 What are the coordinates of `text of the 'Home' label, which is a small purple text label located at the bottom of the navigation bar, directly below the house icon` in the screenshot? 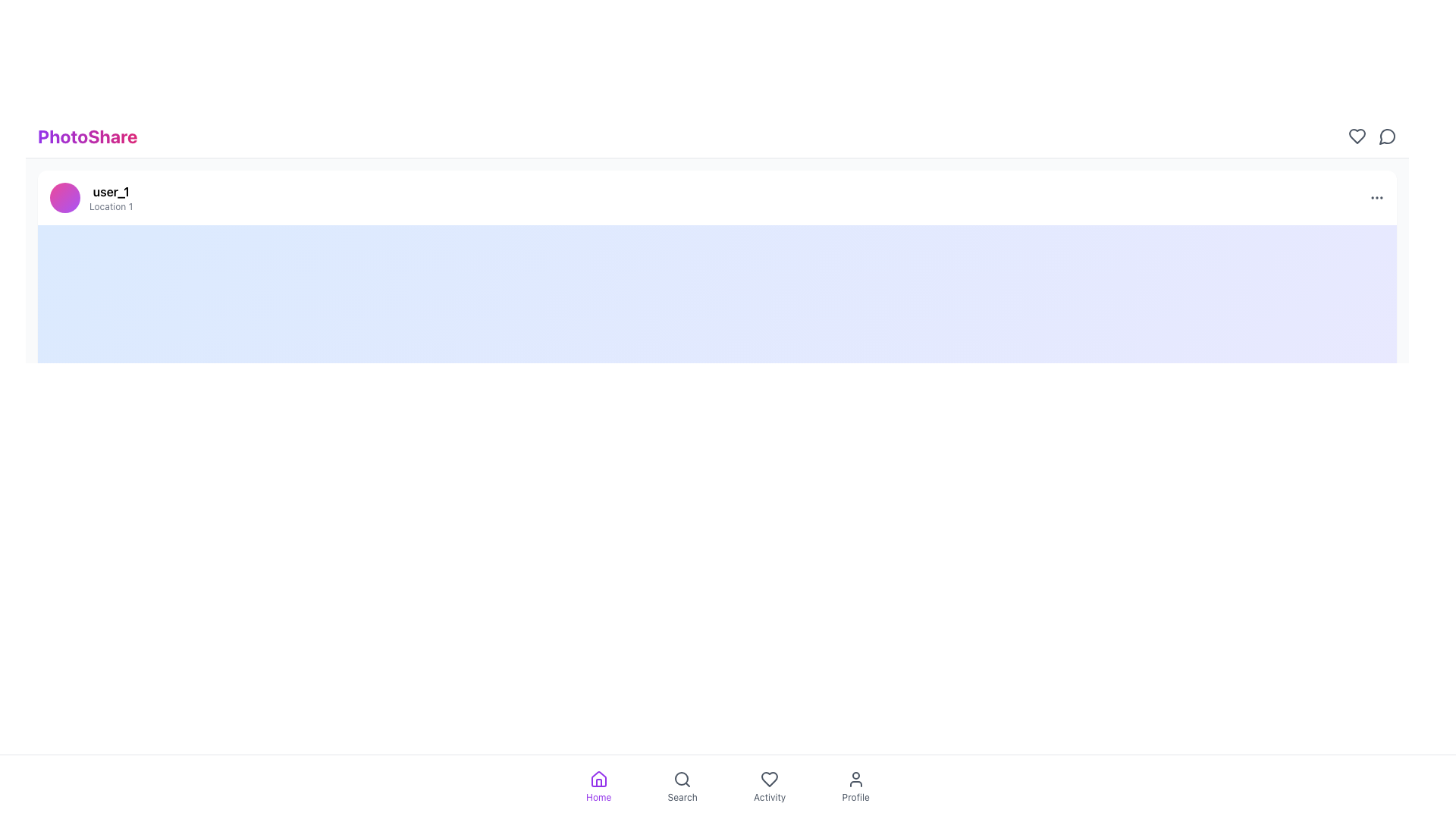 It's located at (598, 797).